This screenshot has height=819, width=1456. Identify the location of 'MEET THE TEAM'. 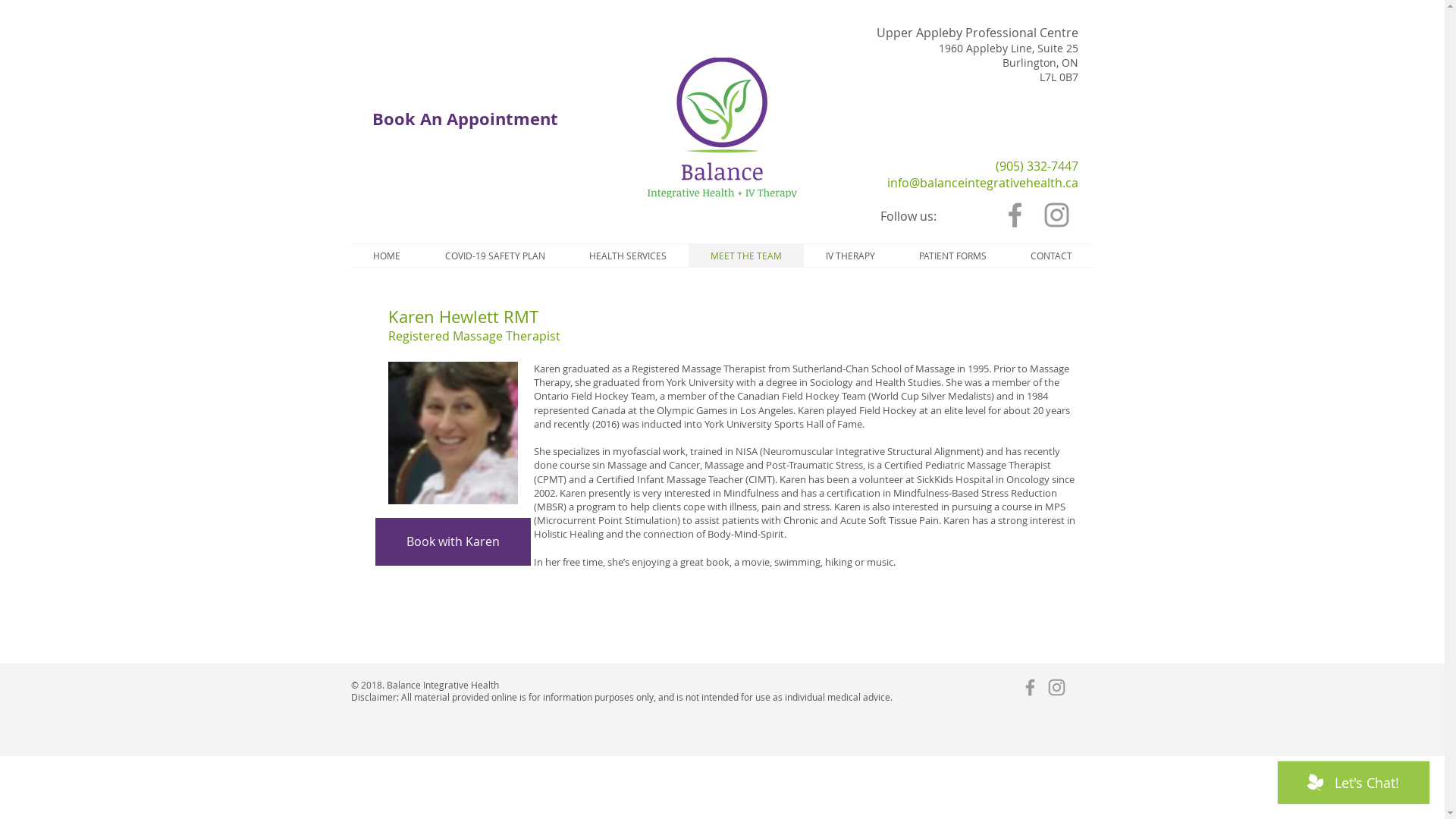
(687, 254).